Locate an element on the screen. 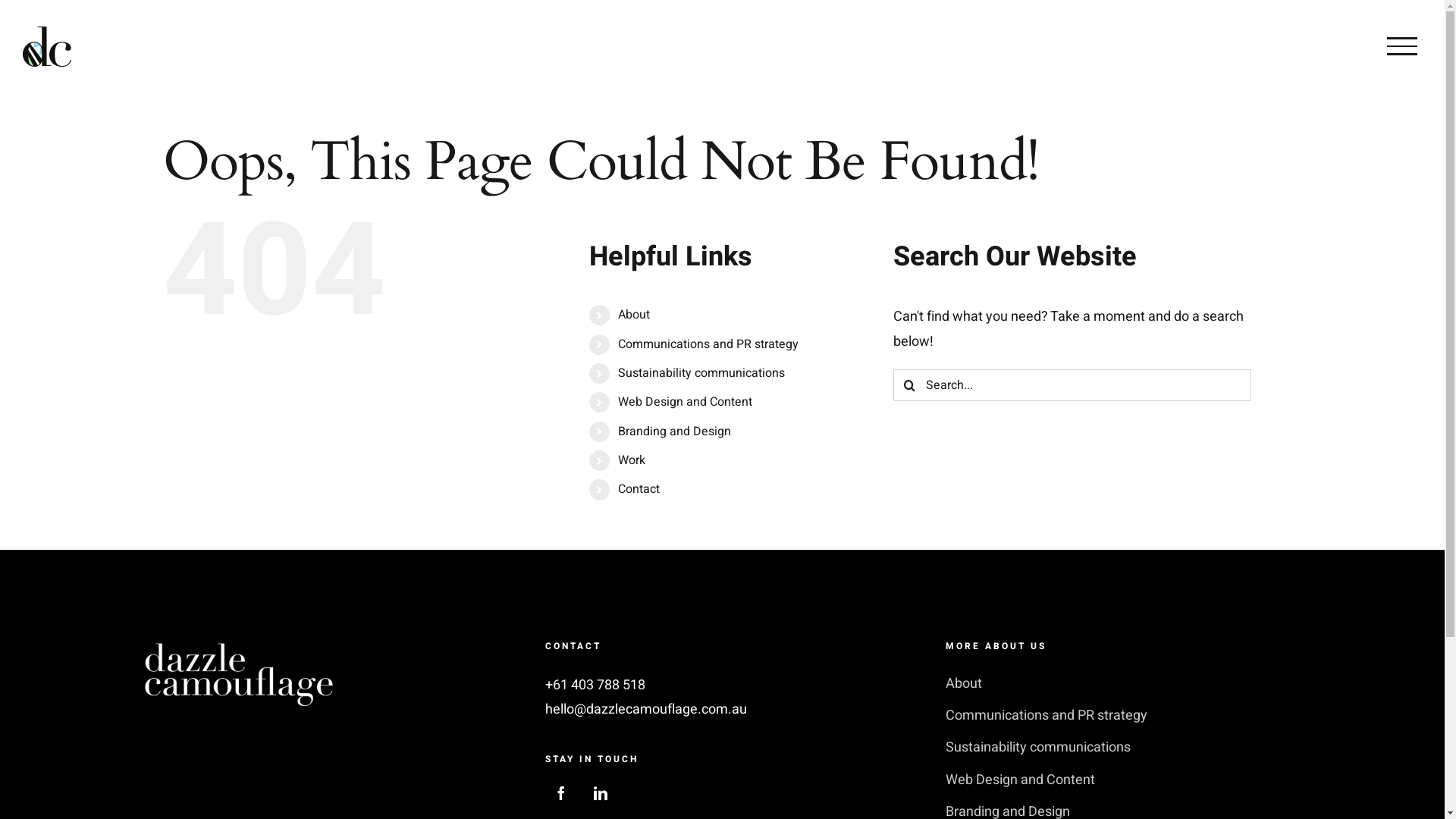 The width and height of the screenshot is (1456, 819). 'hello@dazzlecamouflage.com.au' is located at coordinates (645, 709).